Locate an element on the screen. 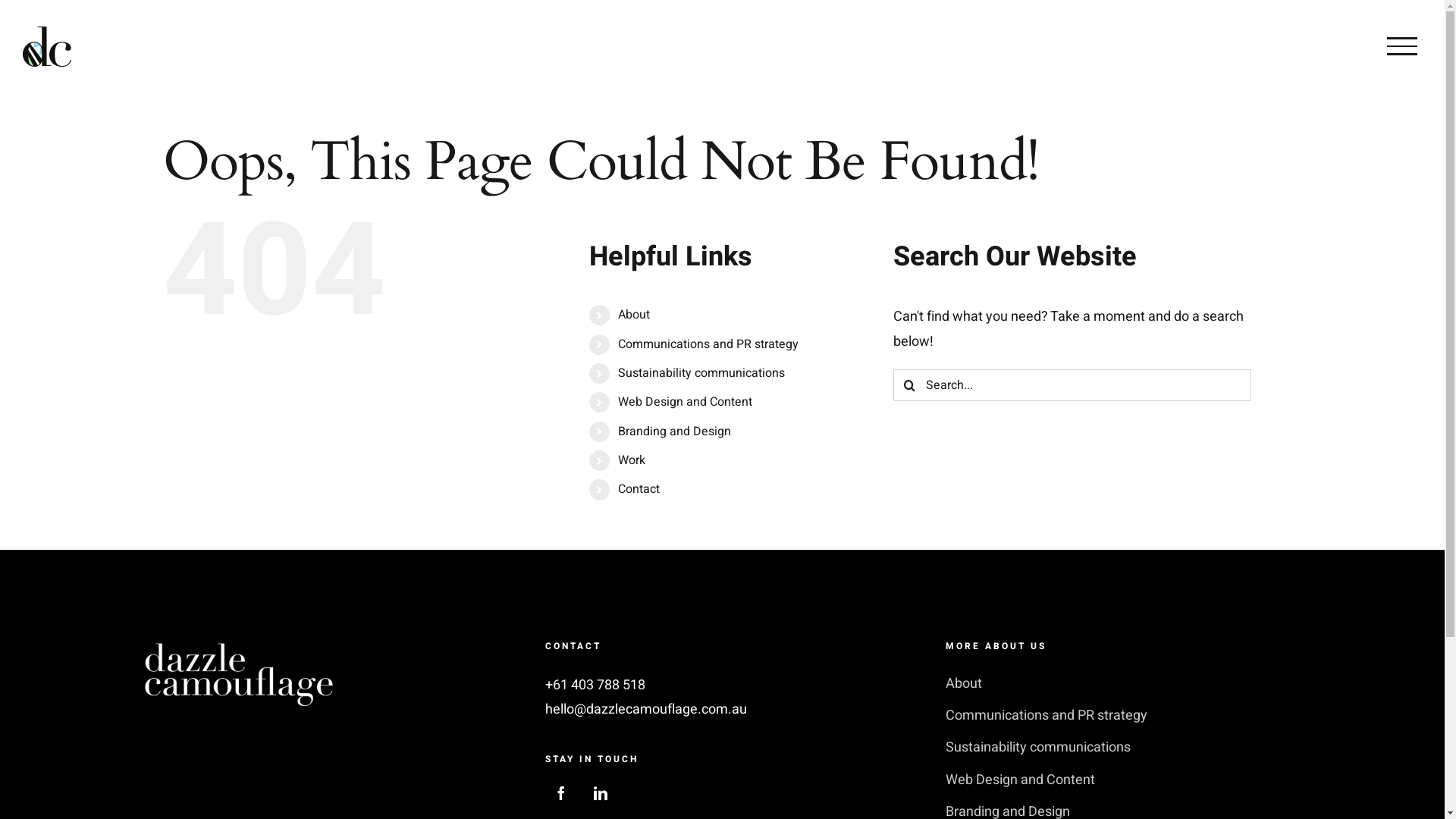 The width and height of the screenshot is (1456, 819). 'hello@dazzlecamouflage.com.au' is located at coordinates (645, 709).